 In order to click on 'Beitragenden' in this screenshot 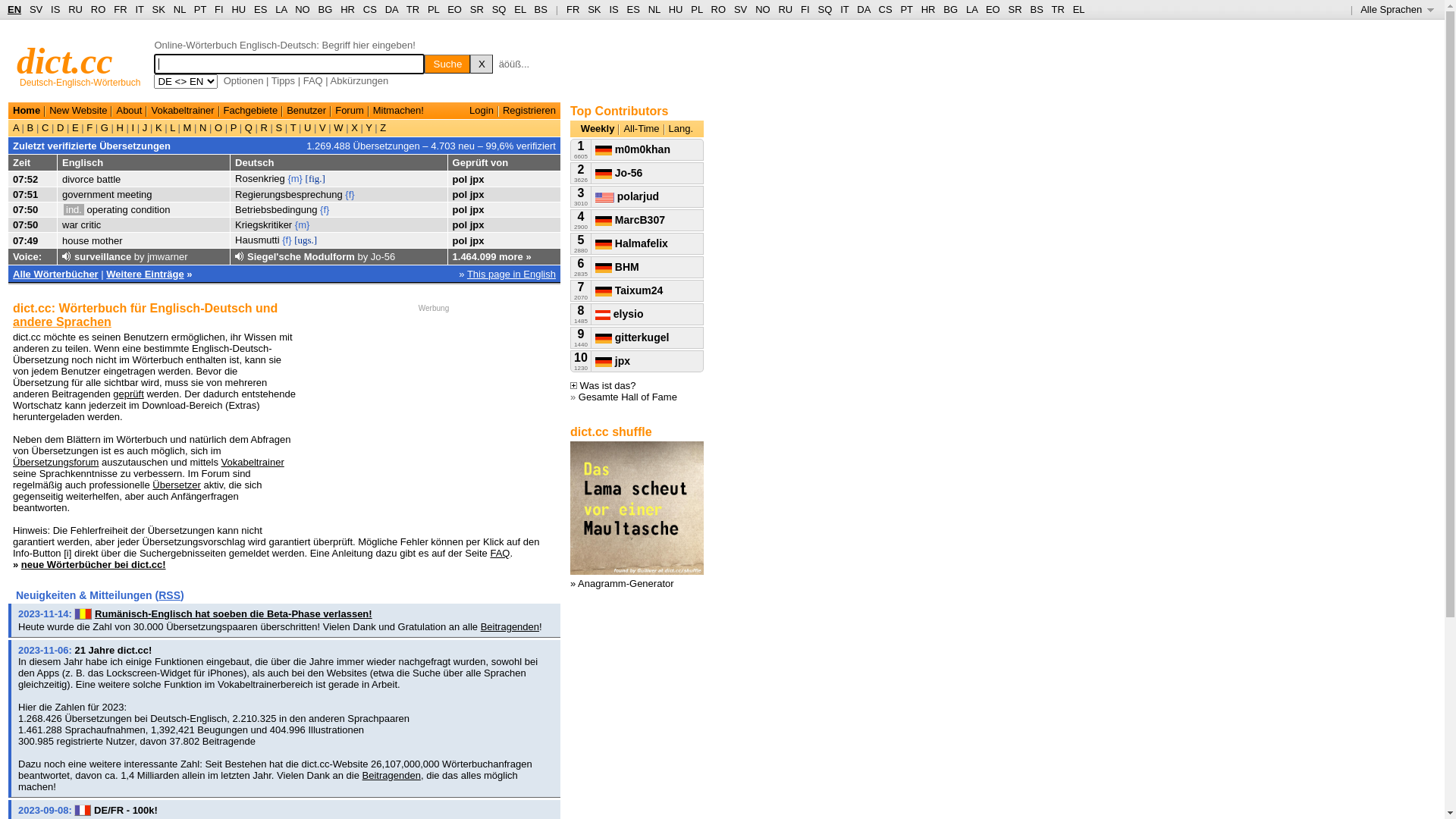, I will do `click(479, 626)`.